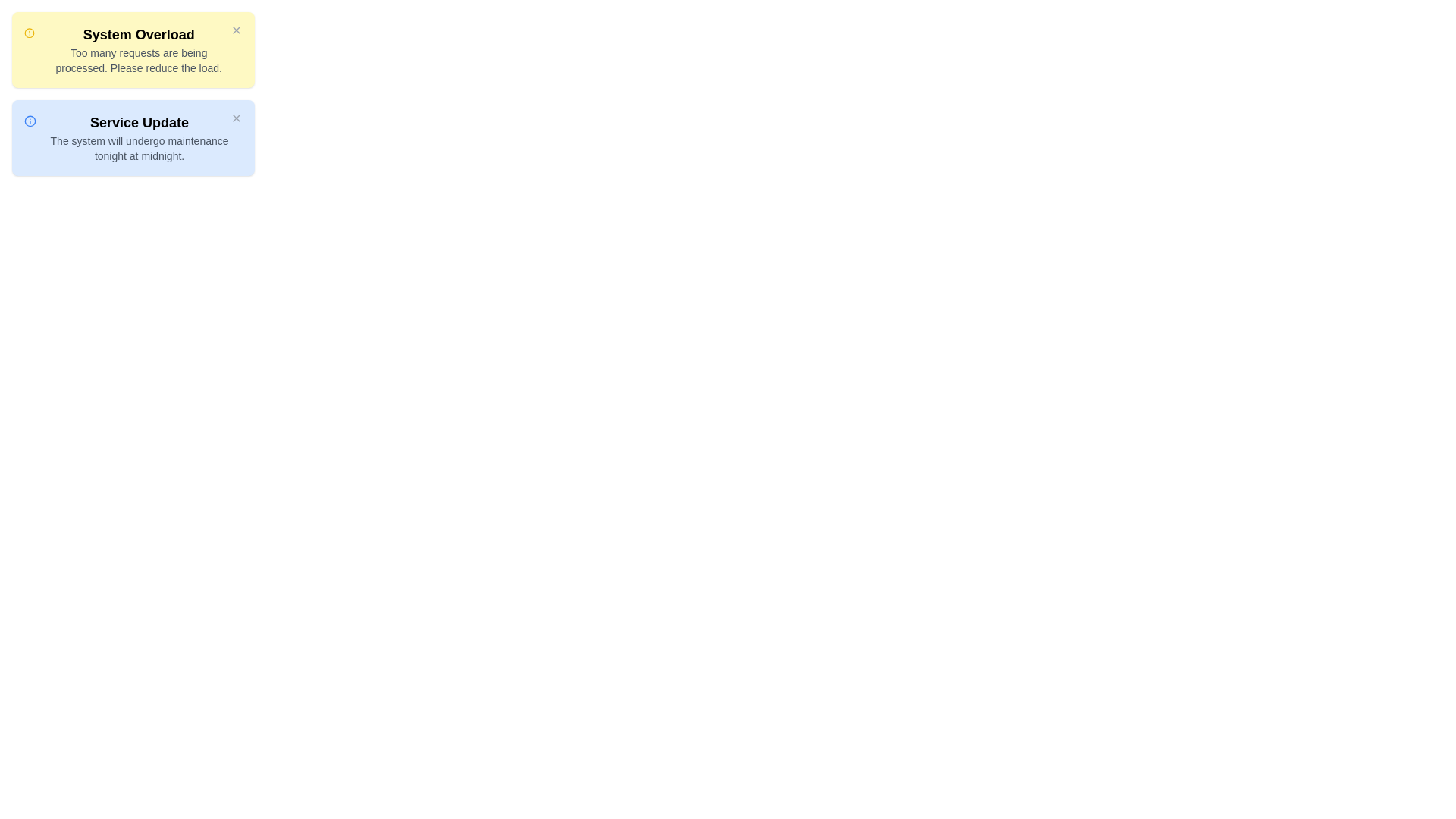  I want to click on information displayed in the text label that informs users about a system overload issue, located in the upper section of the interface within a yellow notification box, so click(139, 49).